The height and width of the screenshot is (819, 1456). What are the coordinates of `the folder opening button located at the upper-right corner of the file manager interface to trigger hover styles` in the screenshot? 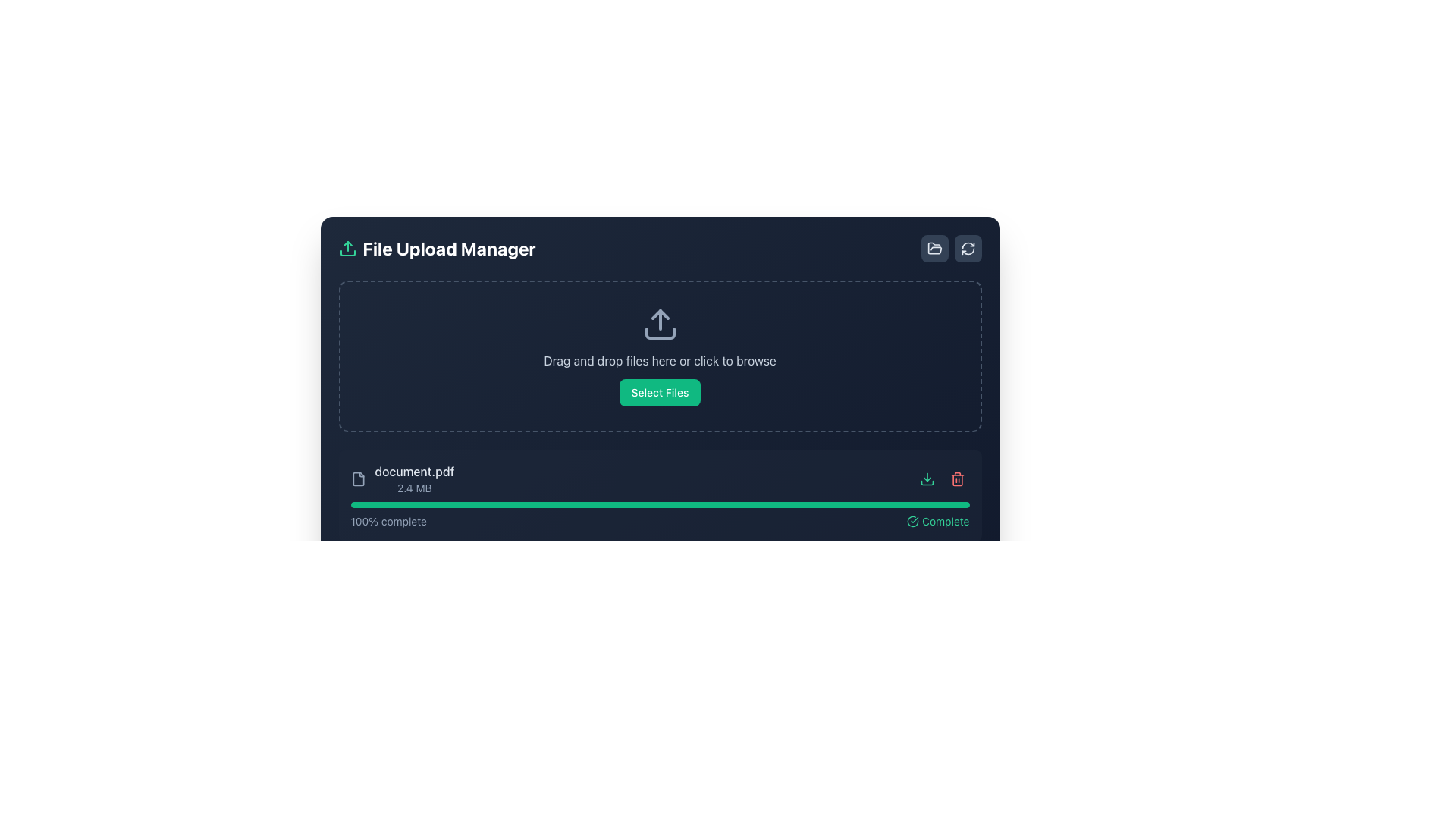 It's located at (934, 247).